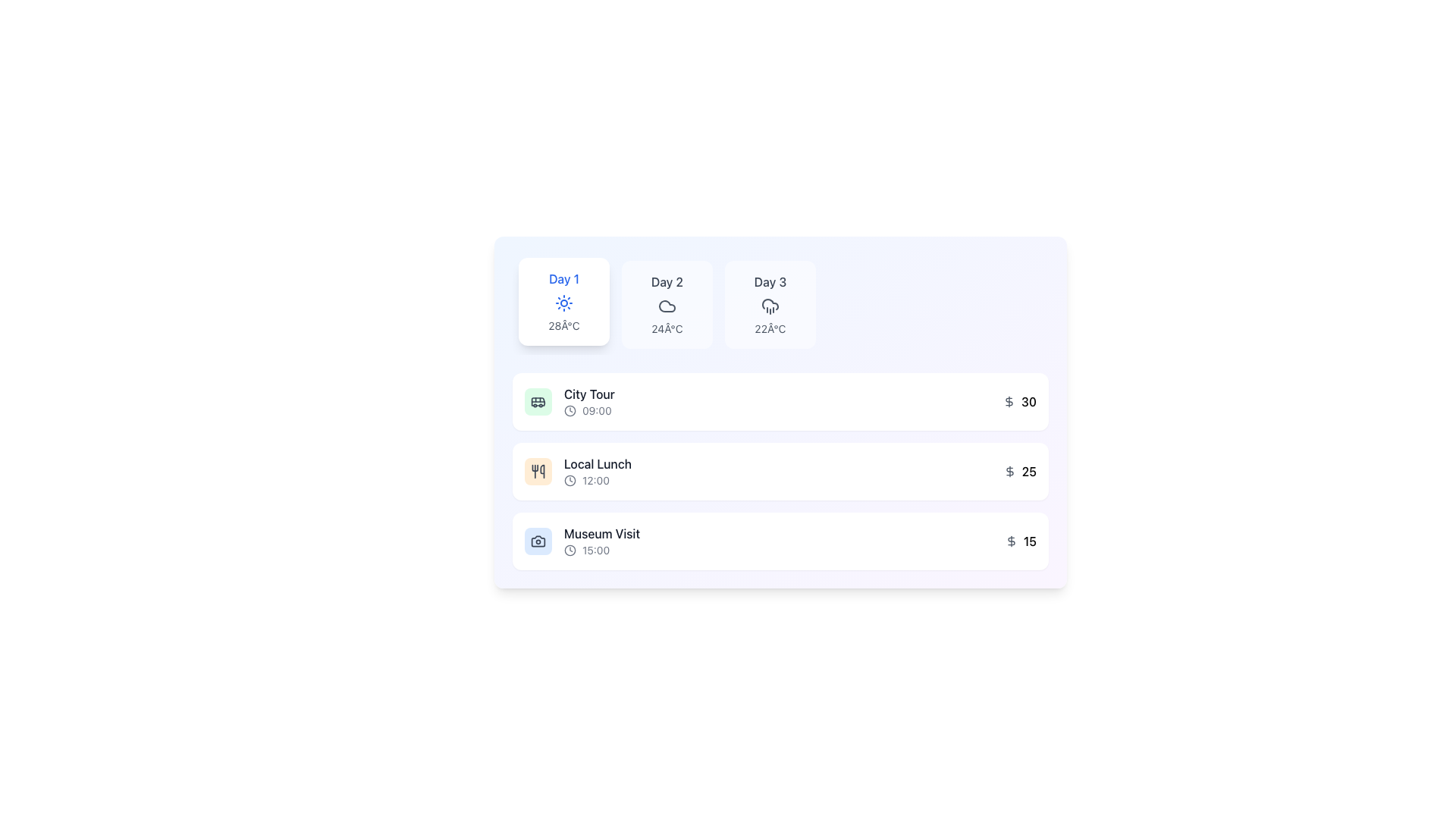 The height and width of the screenshot is (819, 1456). I want to click on the text label displaying '09:00', which is styled with a small font and gray color, located to the right of the clock icon in the first activity item for 'City Tour', so click(596, 411).